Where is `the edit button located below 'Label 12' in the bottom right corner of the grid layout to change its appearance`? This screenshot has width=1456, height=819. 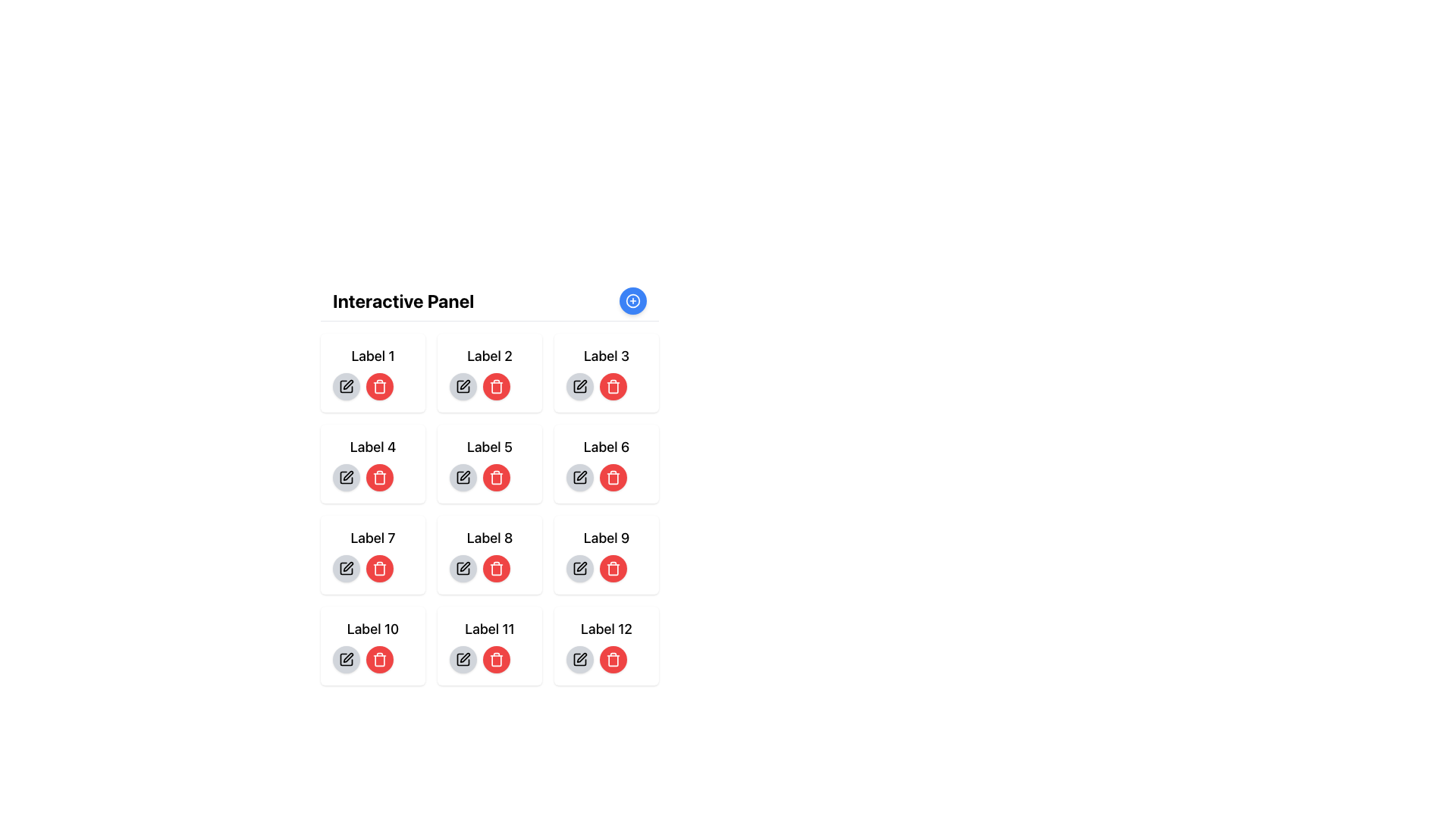
the edit button located below 'Label 12' in the bottom right corner of the grid layout to change its appearance is located at coordinates (579, 659).